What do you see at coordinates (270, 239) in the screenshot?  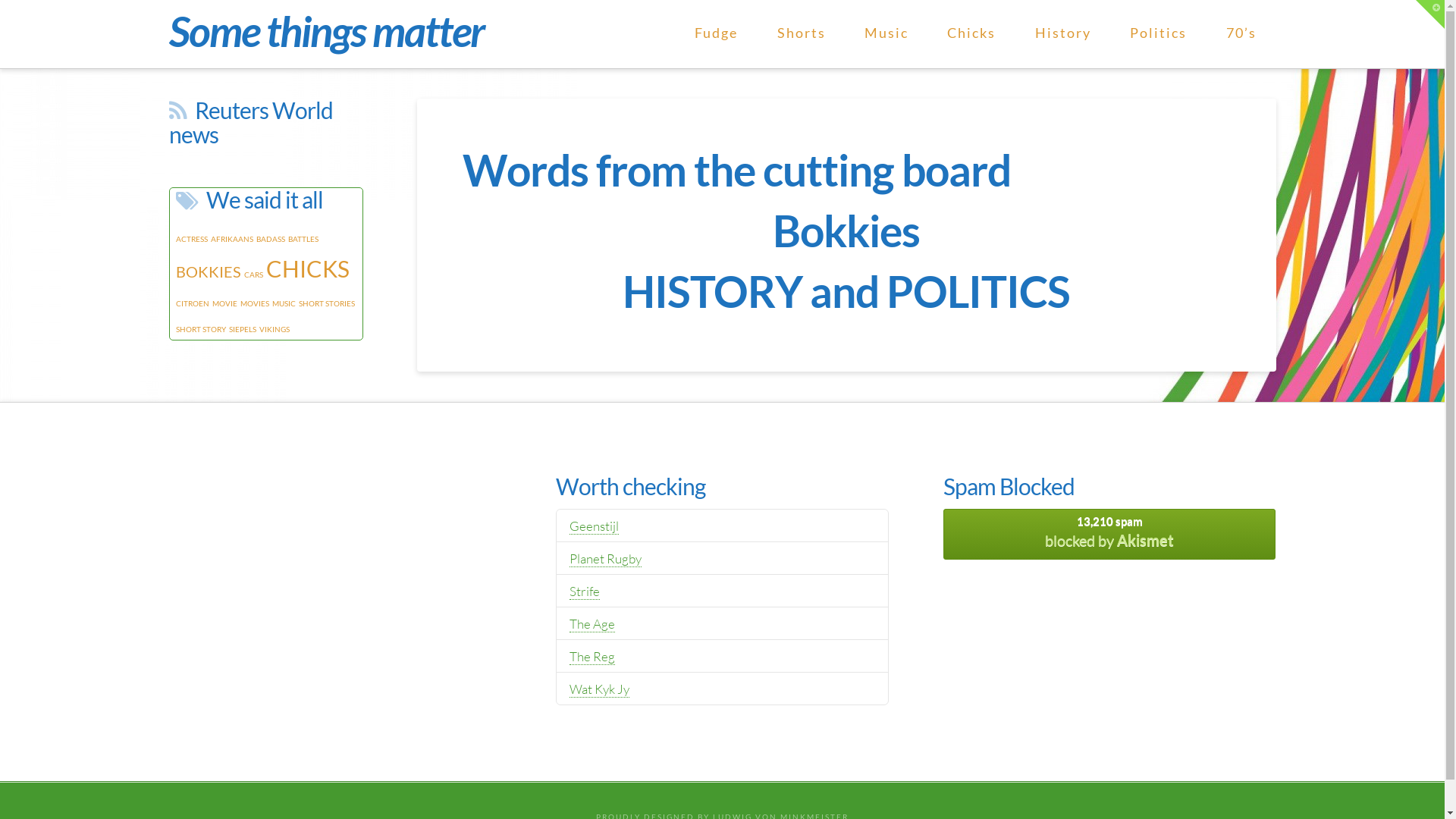 I see `'BADASS'` at bounding box center [270, 239].